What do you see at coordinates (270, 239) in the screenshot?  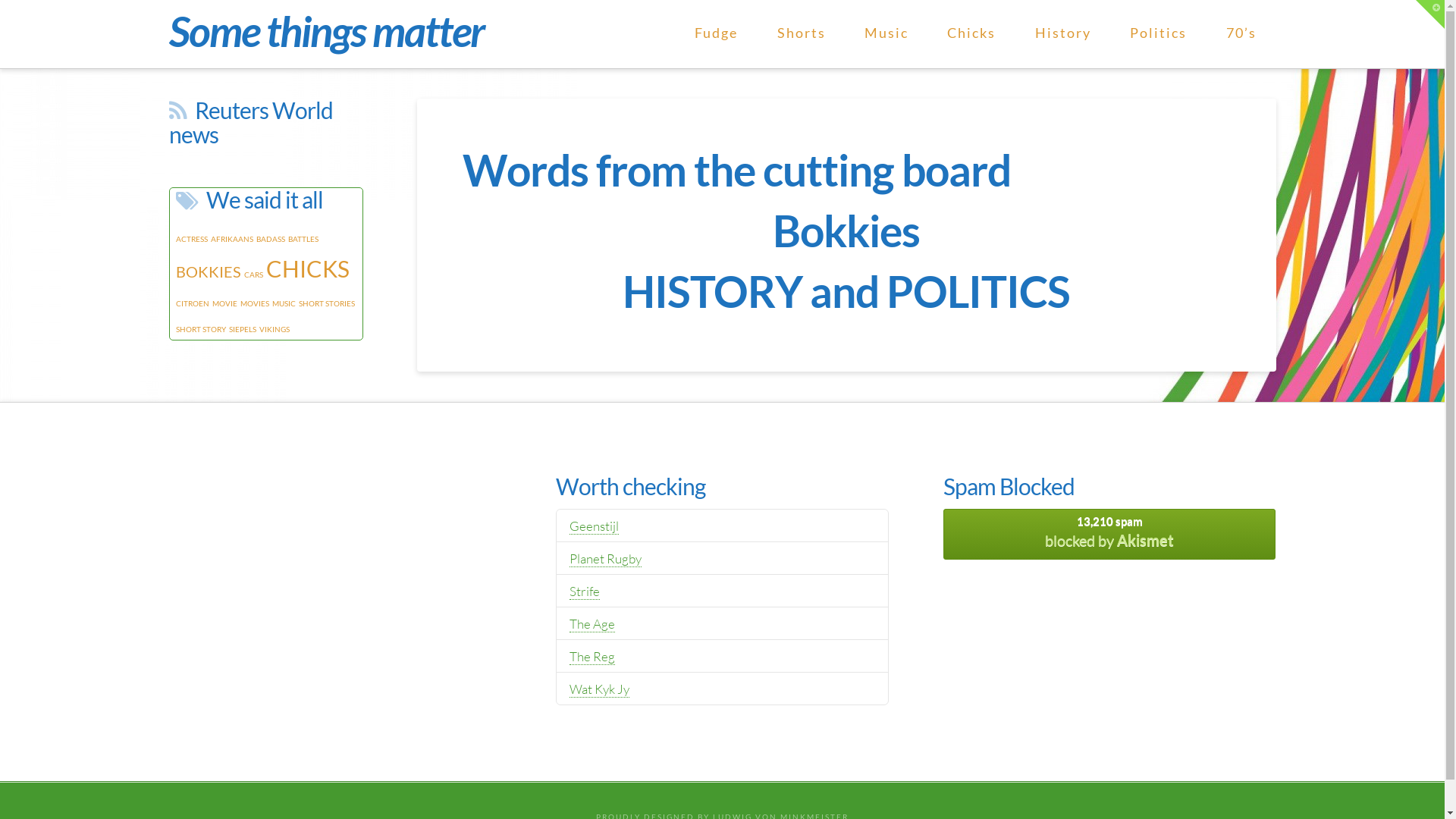 I see `'BADASS'` at bounding box center [270, 239].